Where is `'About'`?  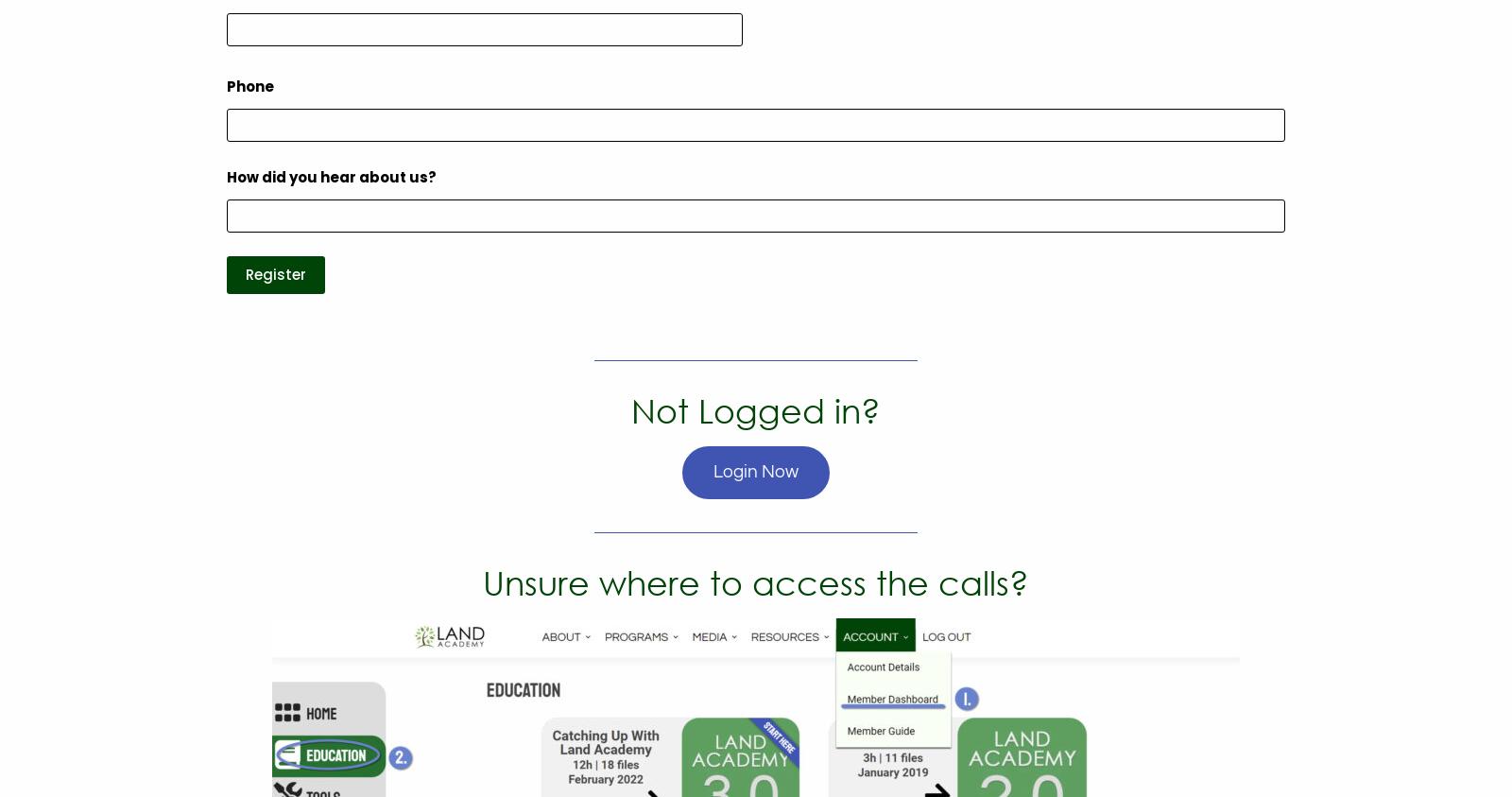 'About' is located at coordinates (180, 203).